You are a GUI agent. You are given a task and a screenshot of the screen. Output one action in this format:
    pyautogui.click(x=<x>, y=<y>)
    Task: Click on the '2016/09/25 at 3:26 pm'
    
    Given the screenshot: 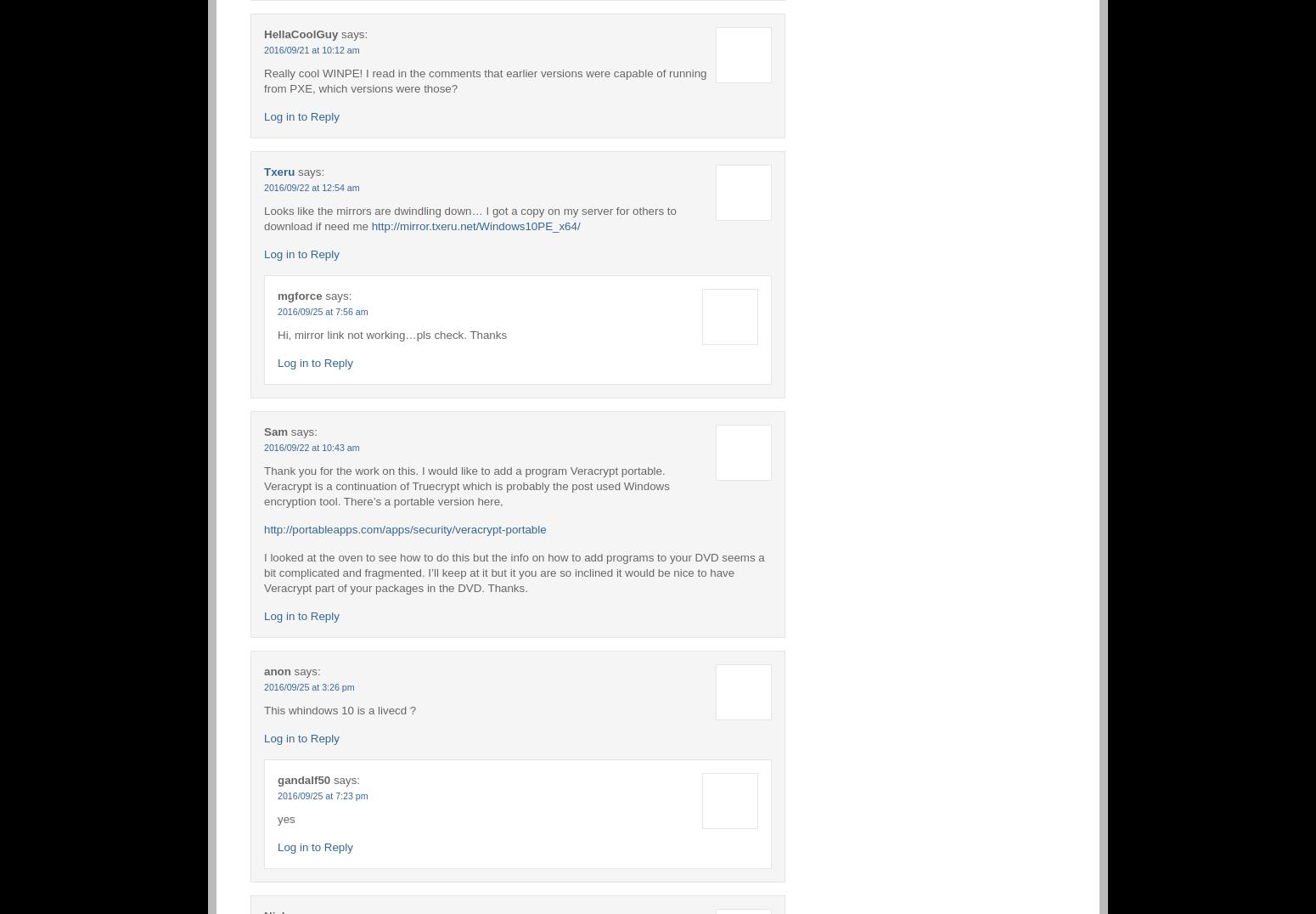 What is the action you would take?
    pyautogui.click(x=307, y=685)
    